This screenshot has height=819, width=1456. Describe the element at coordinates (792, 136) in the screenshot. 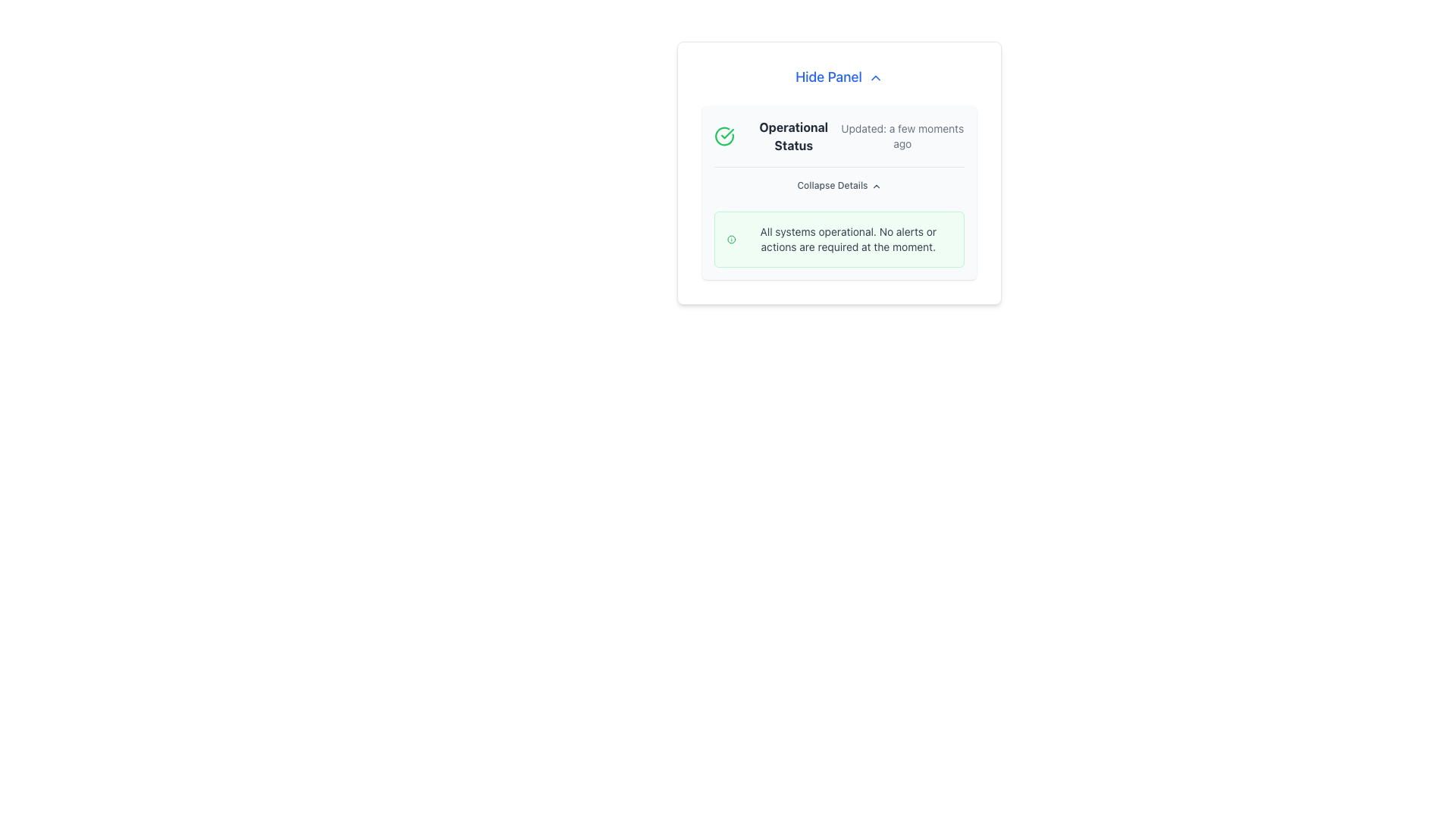

I see `the 'Operational Status' text label, which is a bold, dark gray text component aligned centrally and positioned next to a green checkmark icon in the top-left portion of the system status section` at that location.